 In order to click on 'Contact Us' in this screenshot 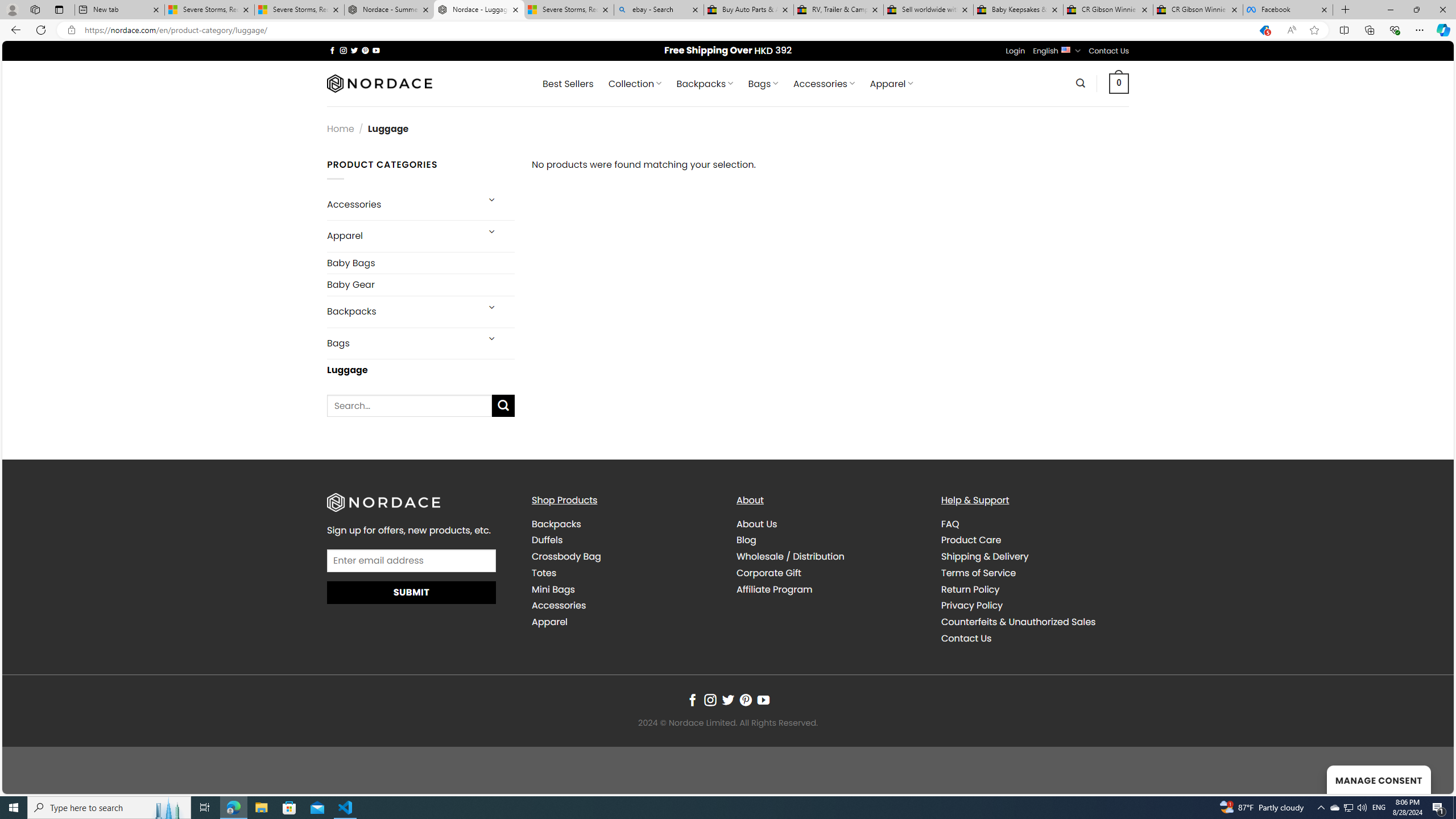, I will do `click(1034, 638)`.